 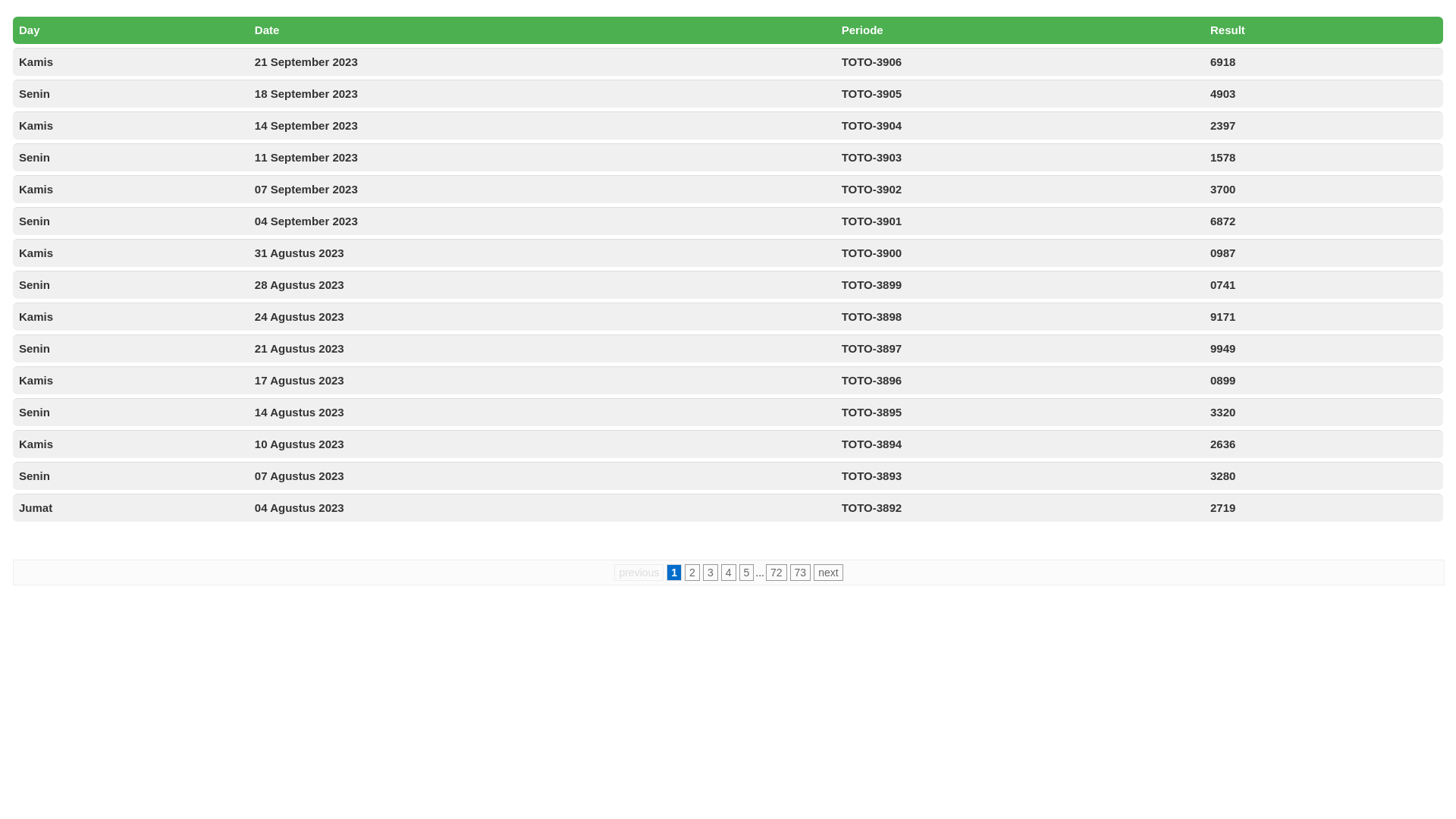 I want to click on '72', so click(x=776, y=573).